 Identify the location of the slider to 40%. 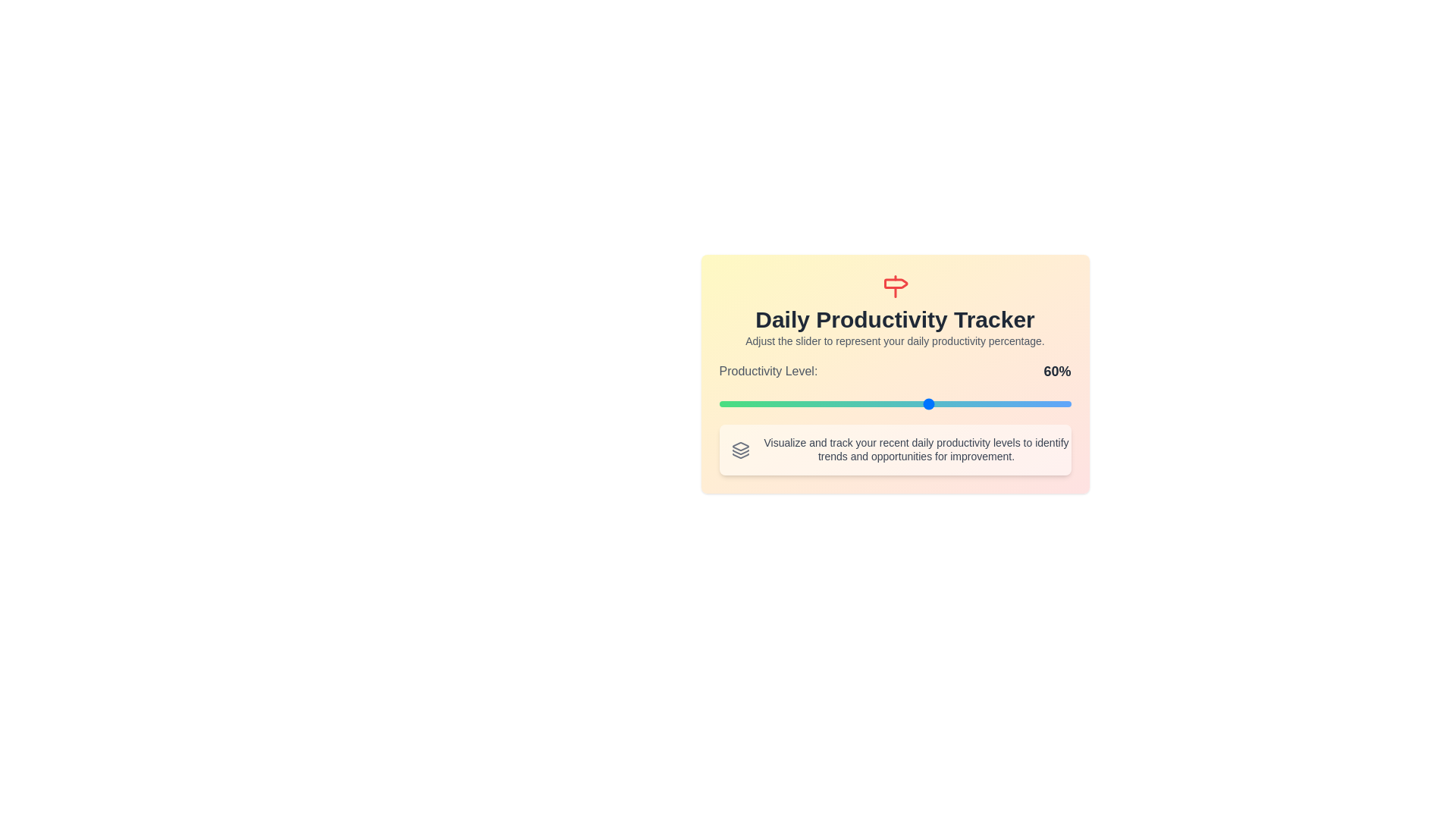
(860, 403).